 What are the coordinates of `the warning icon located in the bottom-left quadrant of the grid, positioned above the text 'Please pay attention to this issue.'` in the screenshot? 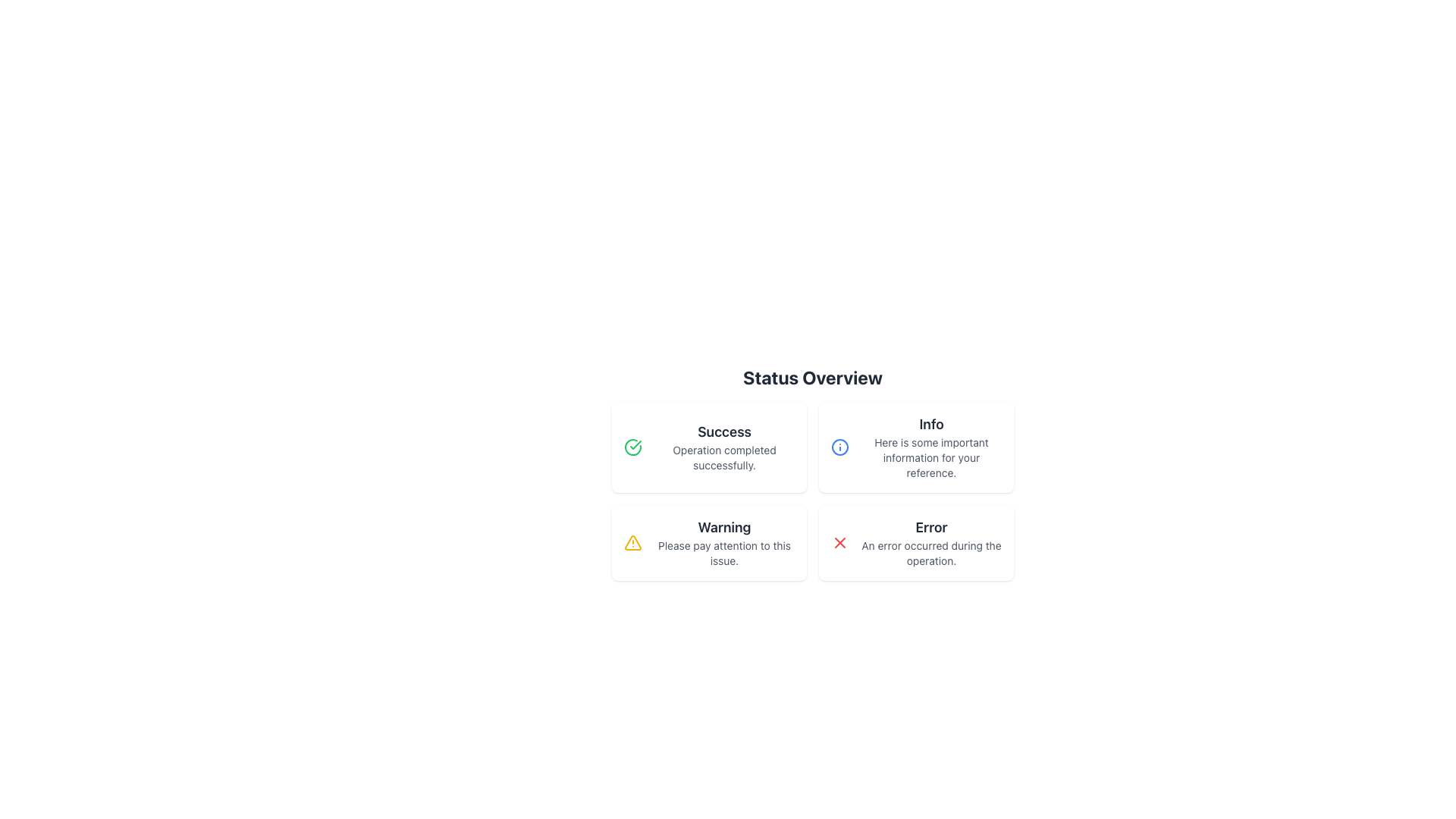 It's located at (633, 542).